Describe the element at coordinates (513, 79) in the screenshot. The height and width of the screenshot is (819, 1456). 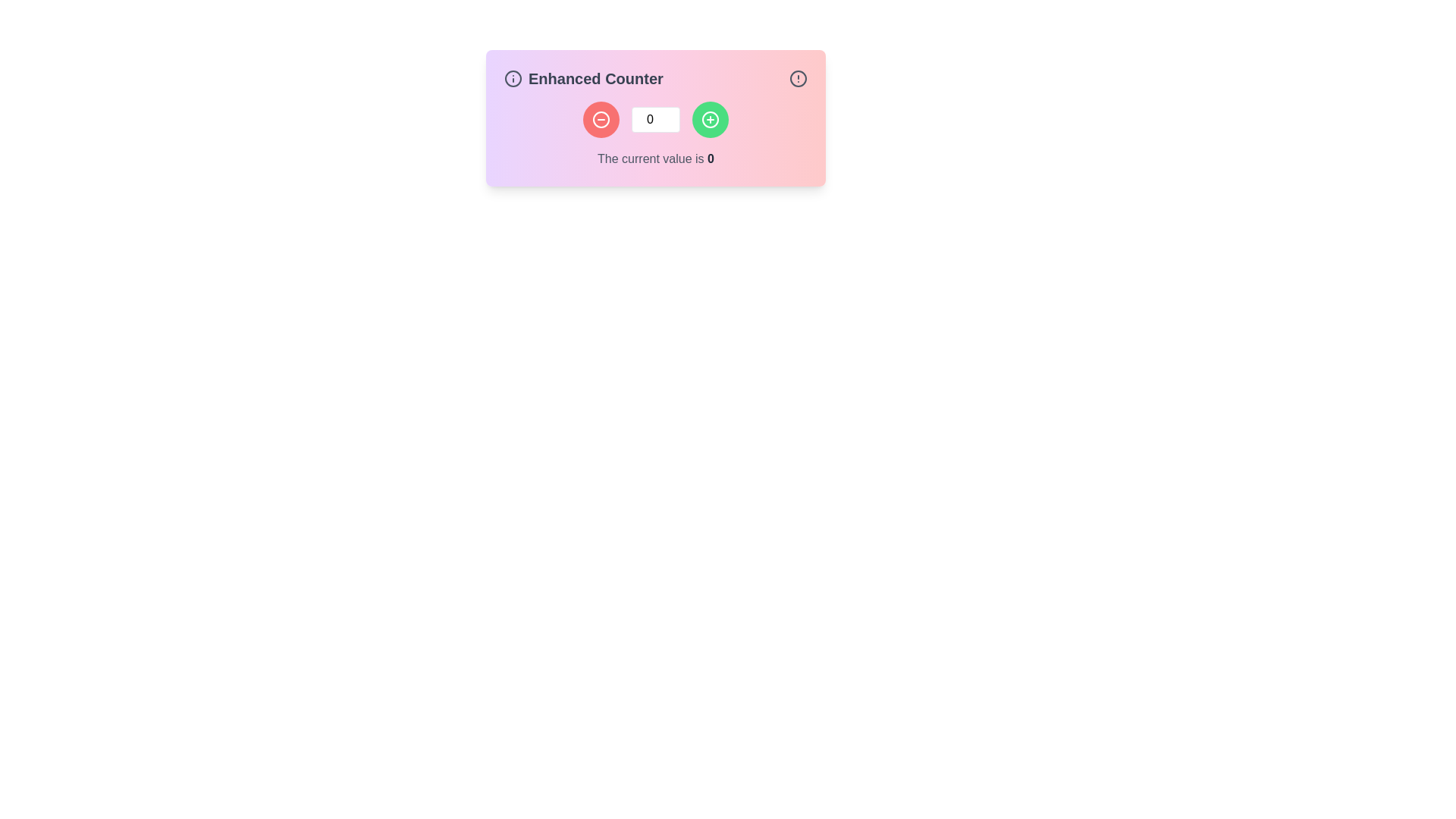
I see `the decorative circle of the information icon located at the top-right of the 'Enhanced Counter' card` at that location.